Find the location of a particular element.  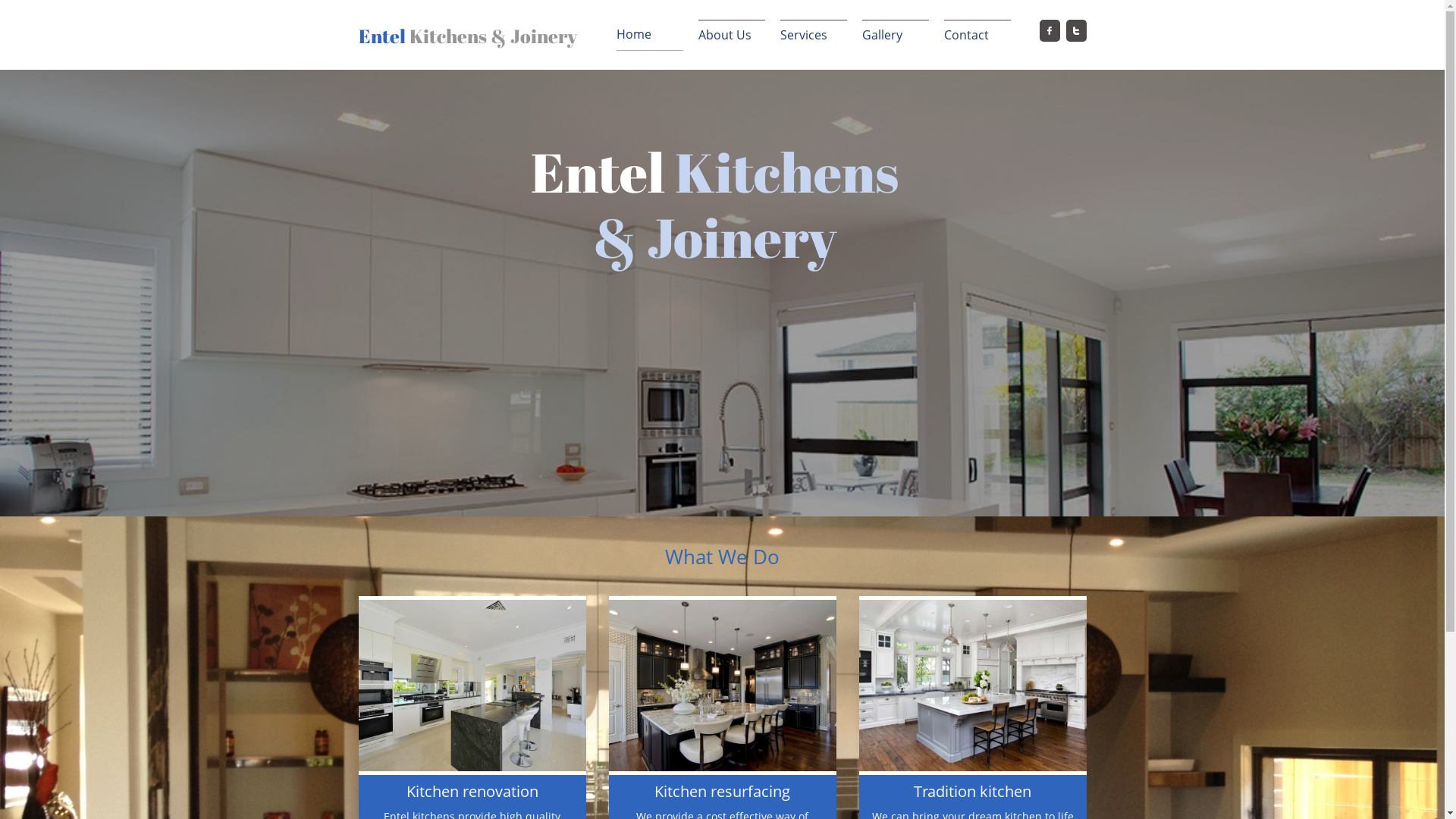

'Home' is located at coordinates (615, 34).